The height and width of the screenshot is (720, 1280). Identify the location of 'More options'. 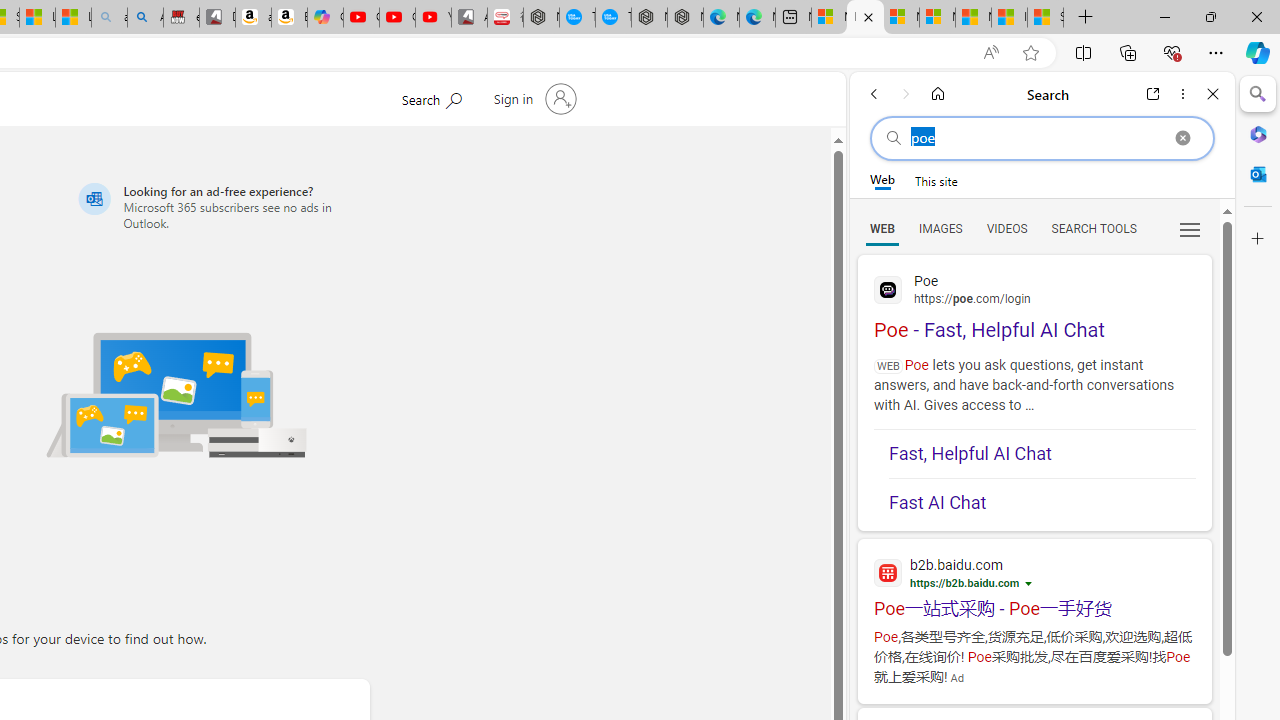
(1182, 93).